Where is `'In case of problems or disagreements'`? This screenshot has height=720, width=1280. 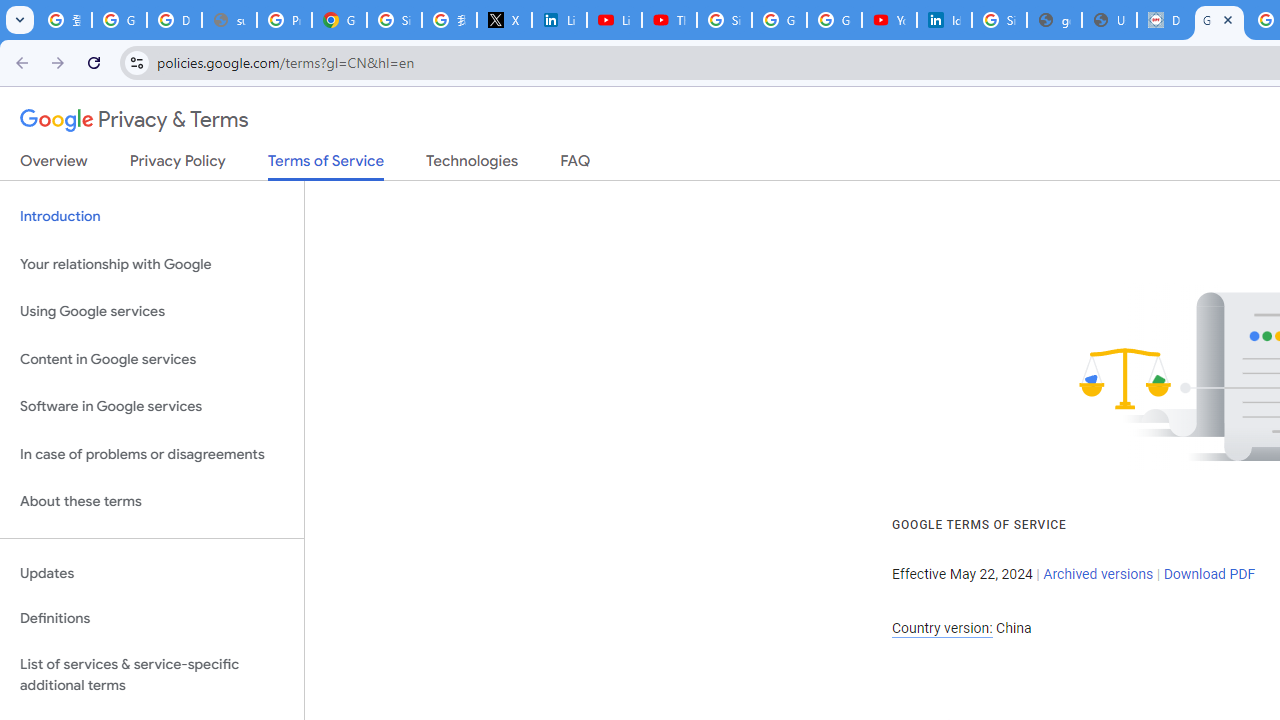 'In case of problems or disagreements' is located at coordinates (151, 454).